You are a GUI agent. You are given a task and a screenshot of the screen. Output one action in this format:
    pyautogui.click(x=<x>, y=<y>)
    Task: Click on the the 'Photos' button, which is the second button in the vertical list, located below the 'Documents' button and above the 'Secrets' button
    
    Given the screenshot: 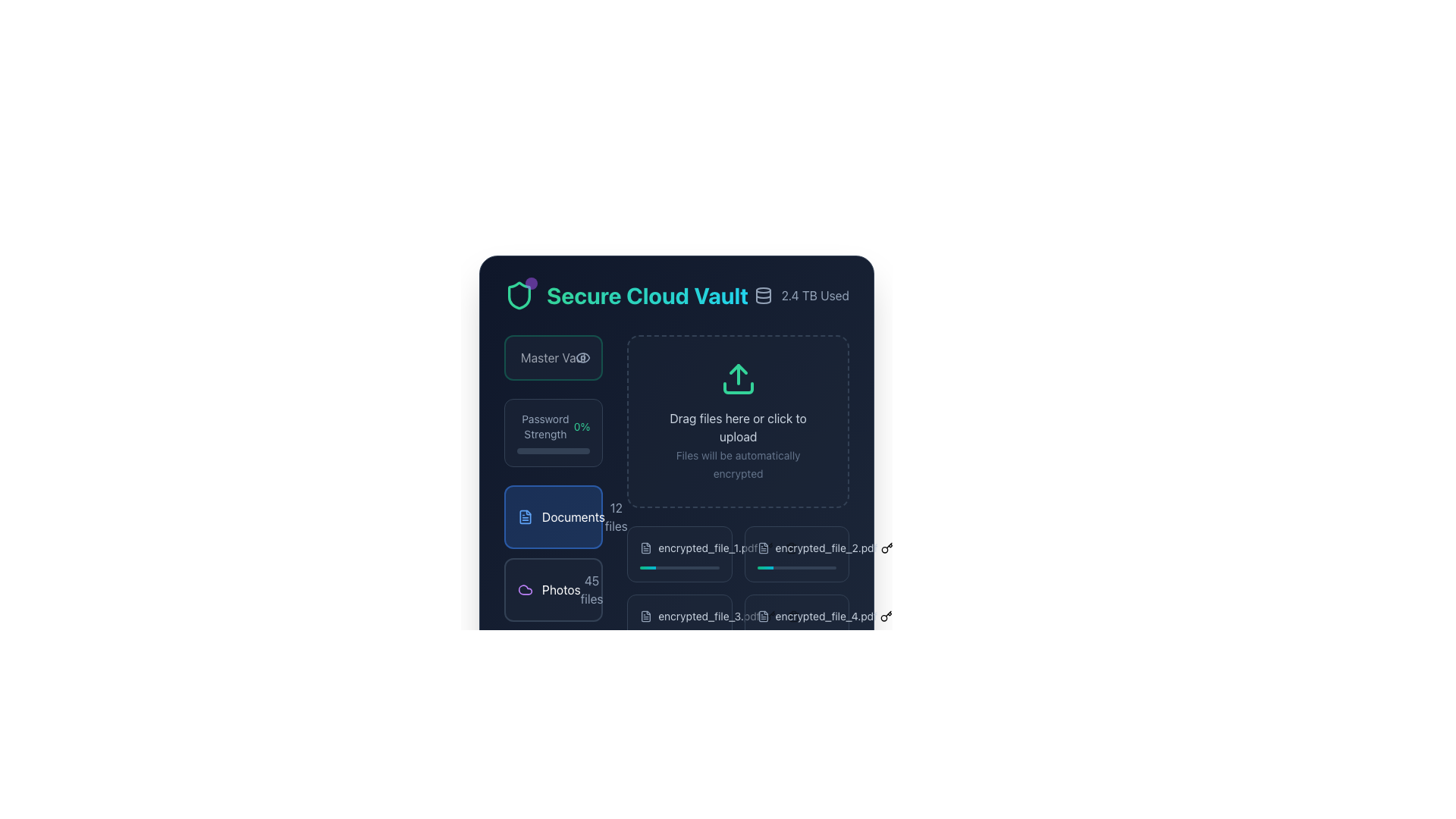 What is the action you would take?
    pyautogui.click(x=553, y=589)
    